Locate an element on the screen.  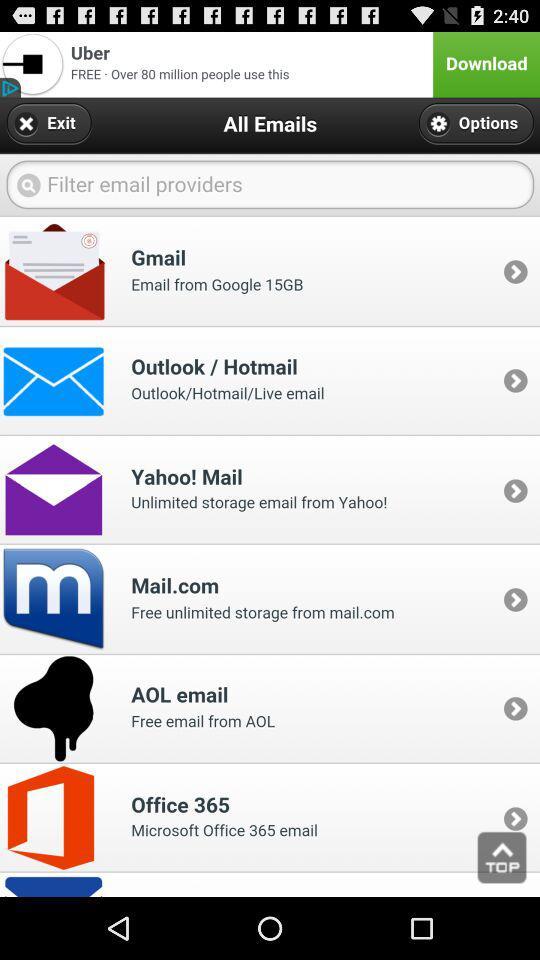
menu bar is located at coordinates (270, 64).